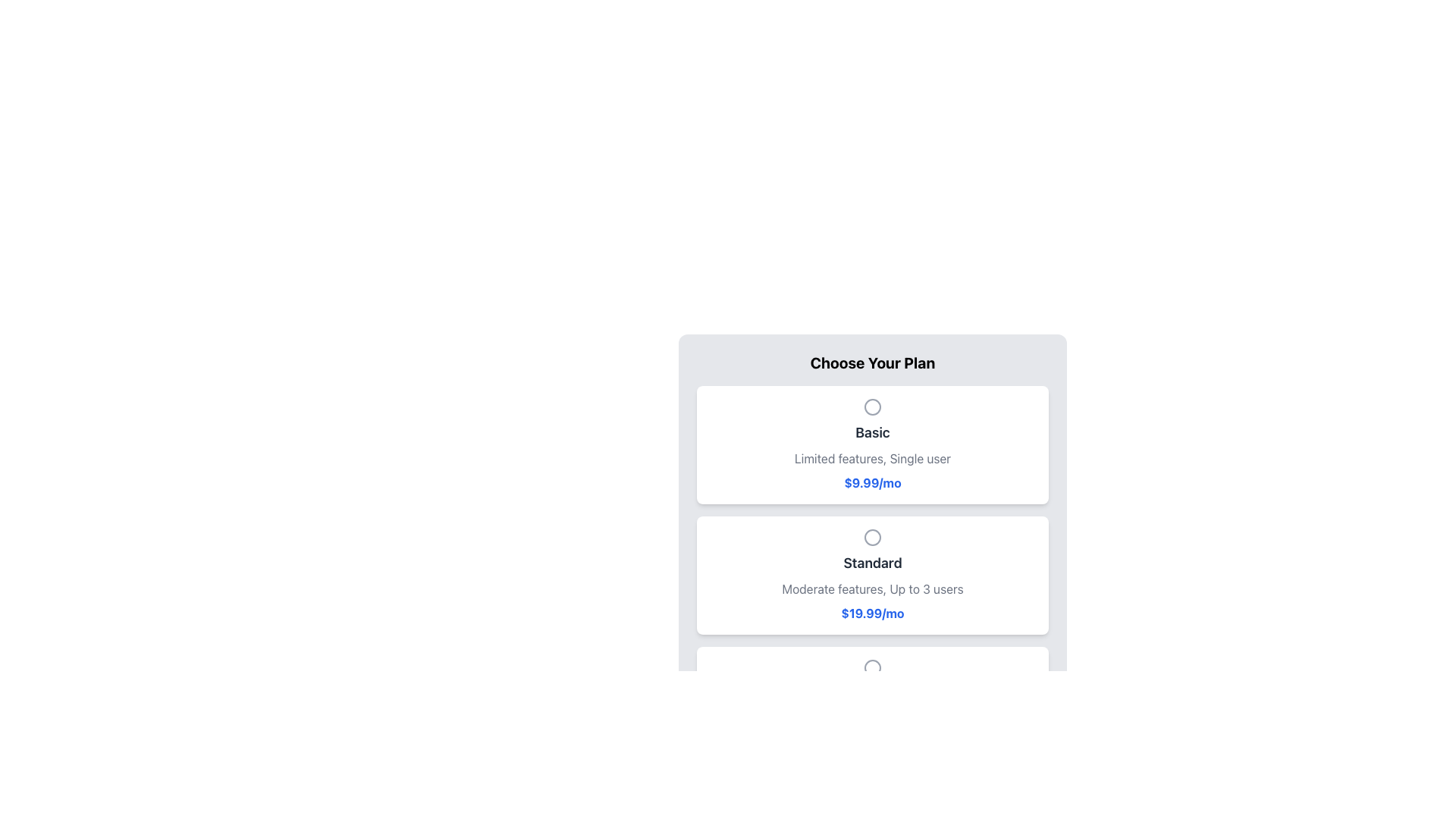 The height and width of the screenshot is (819, 1456). Describe the element at coordinates (873, 588) in the screenshot. I see `the Text Label describing the features of the 'Standard' plan, located beneath the title 'Standard' and above the price '$19.99/mo'` at that location.